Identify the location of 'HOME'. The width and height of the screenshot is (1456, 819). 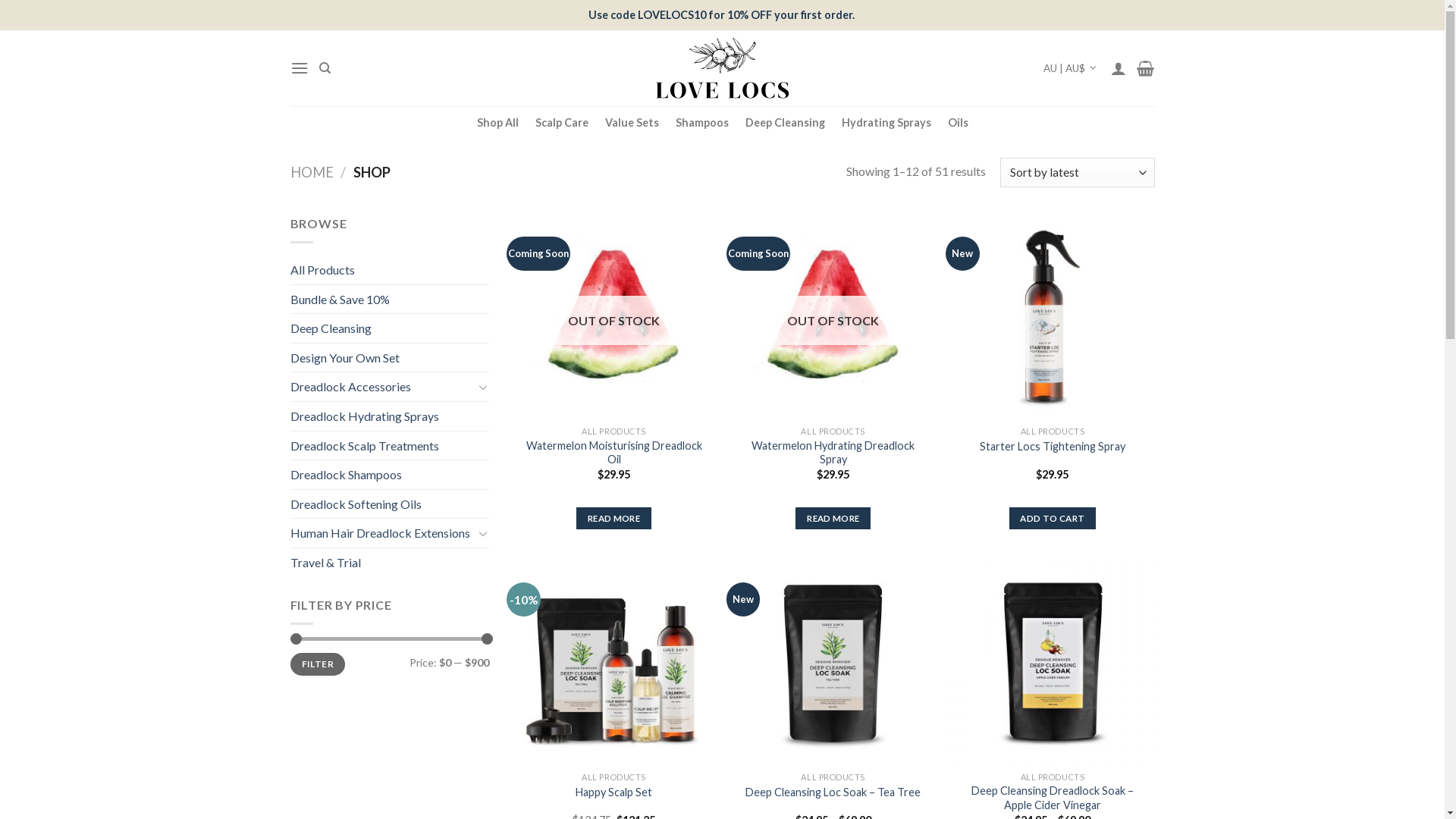
(290, 171).